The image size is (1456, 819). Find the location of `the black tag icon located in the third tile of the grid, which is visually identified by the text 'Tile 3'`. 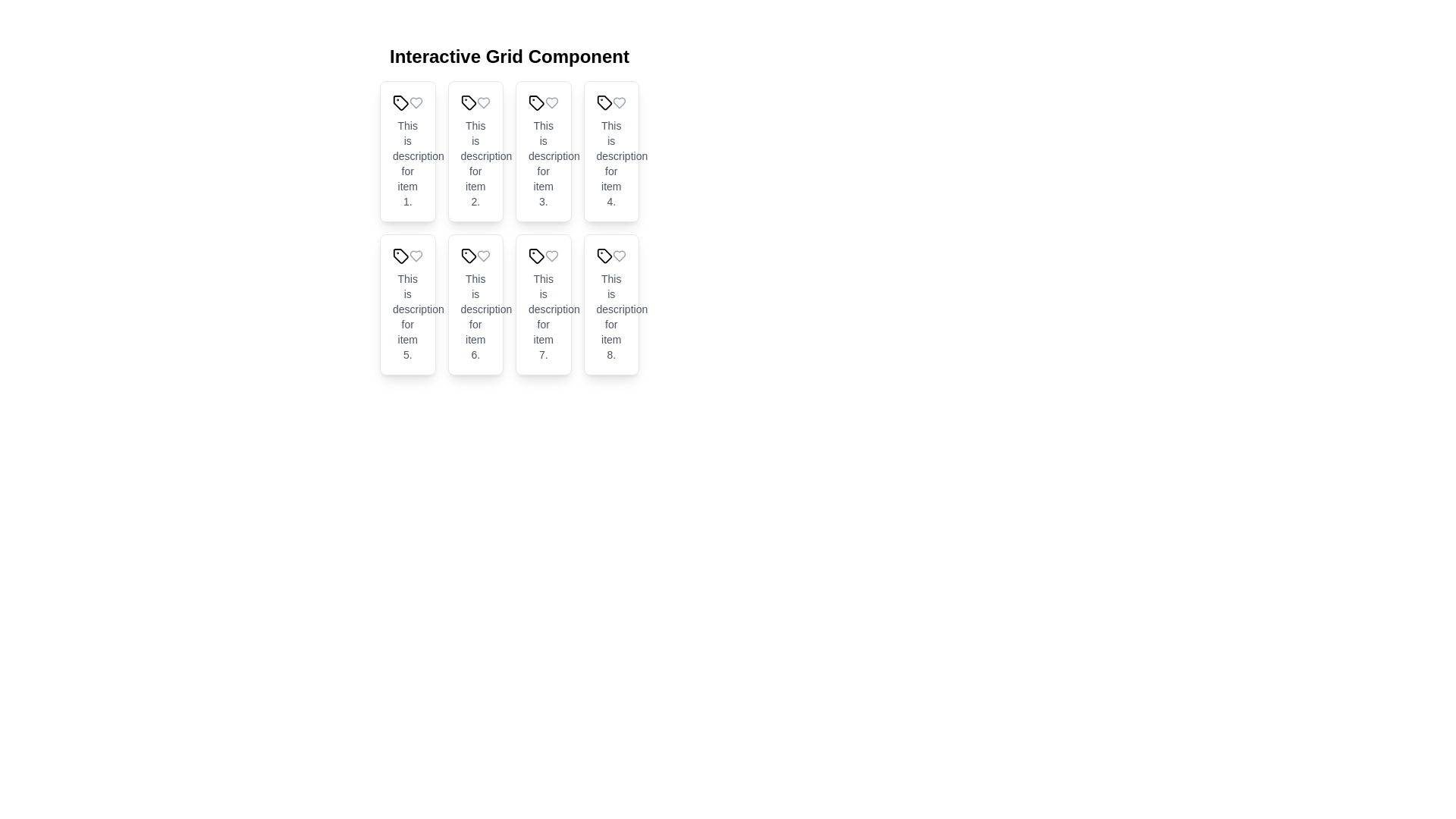

the black tag icon located in the third tile of the grid, which is visually identified by the text 'Tile 3' is located at coordinates (543, 102).